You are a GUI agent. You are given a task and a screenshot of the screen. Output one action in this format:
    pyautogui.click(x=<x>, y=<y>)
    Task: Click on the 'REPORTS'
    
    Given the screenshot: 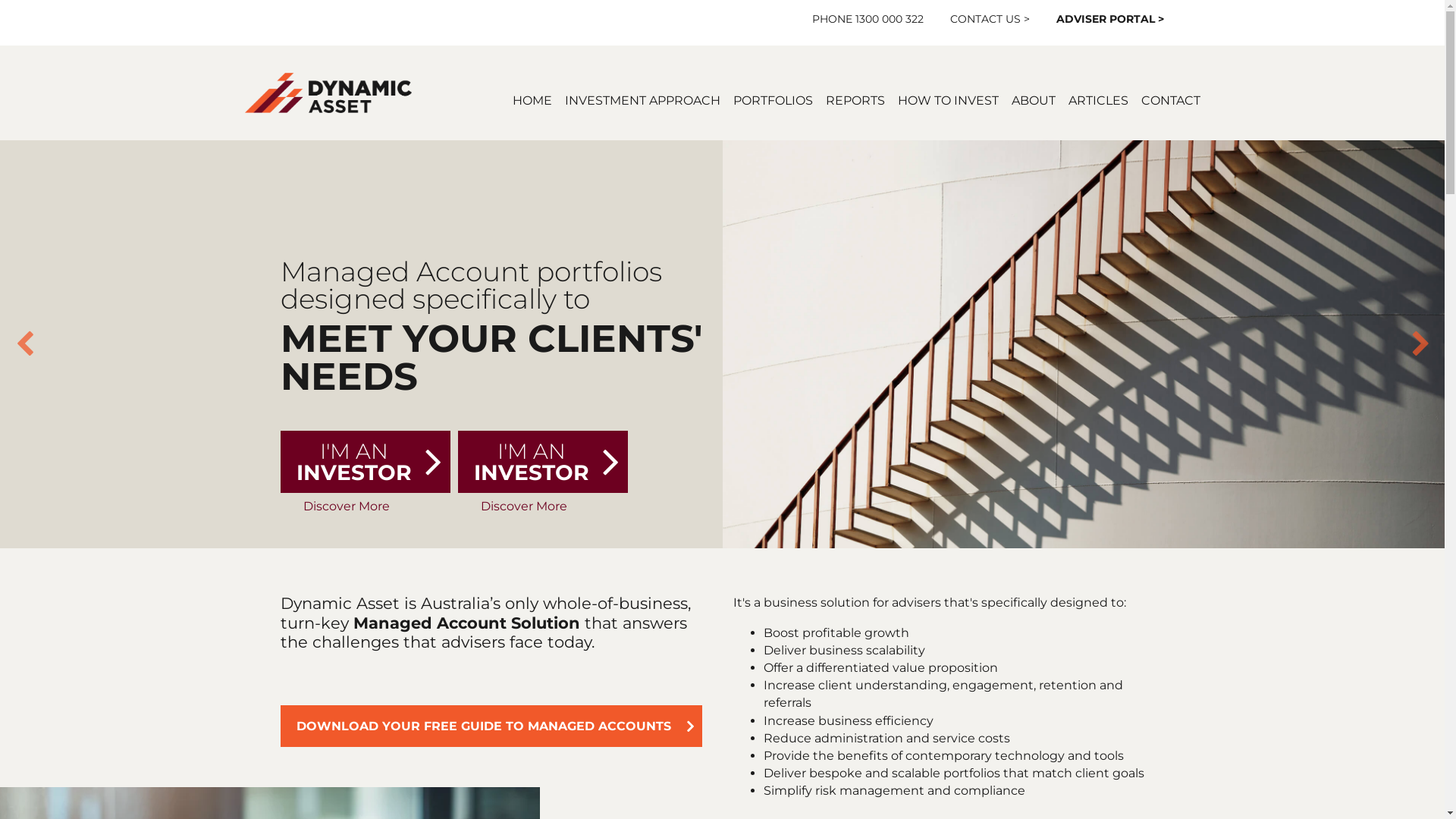 What is the action you would take?
    pyautogui.click(x=855, y=100)
    